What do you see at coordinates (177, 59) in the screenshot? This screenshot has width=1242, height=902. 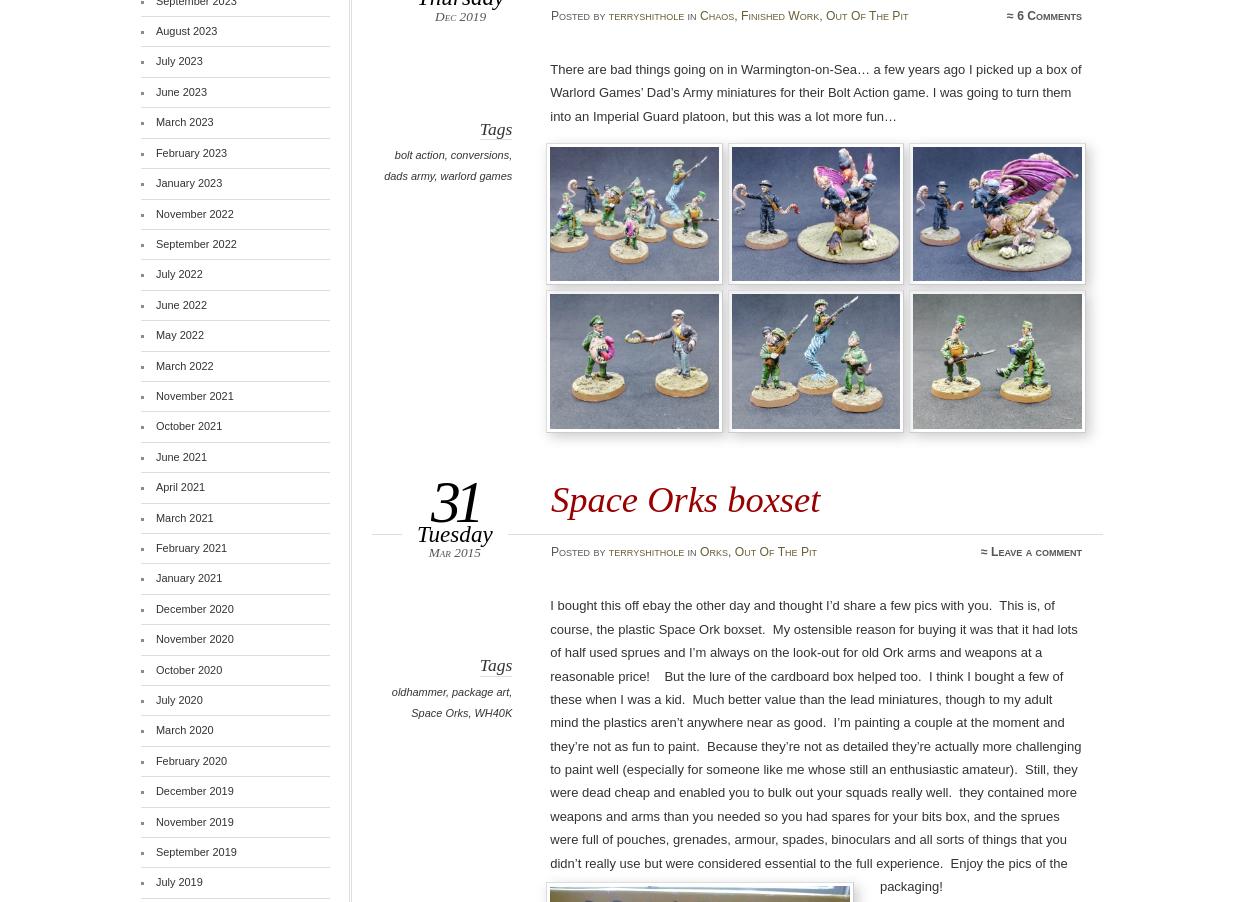 I see `'July 2023'` at bounding box center [177, 59].